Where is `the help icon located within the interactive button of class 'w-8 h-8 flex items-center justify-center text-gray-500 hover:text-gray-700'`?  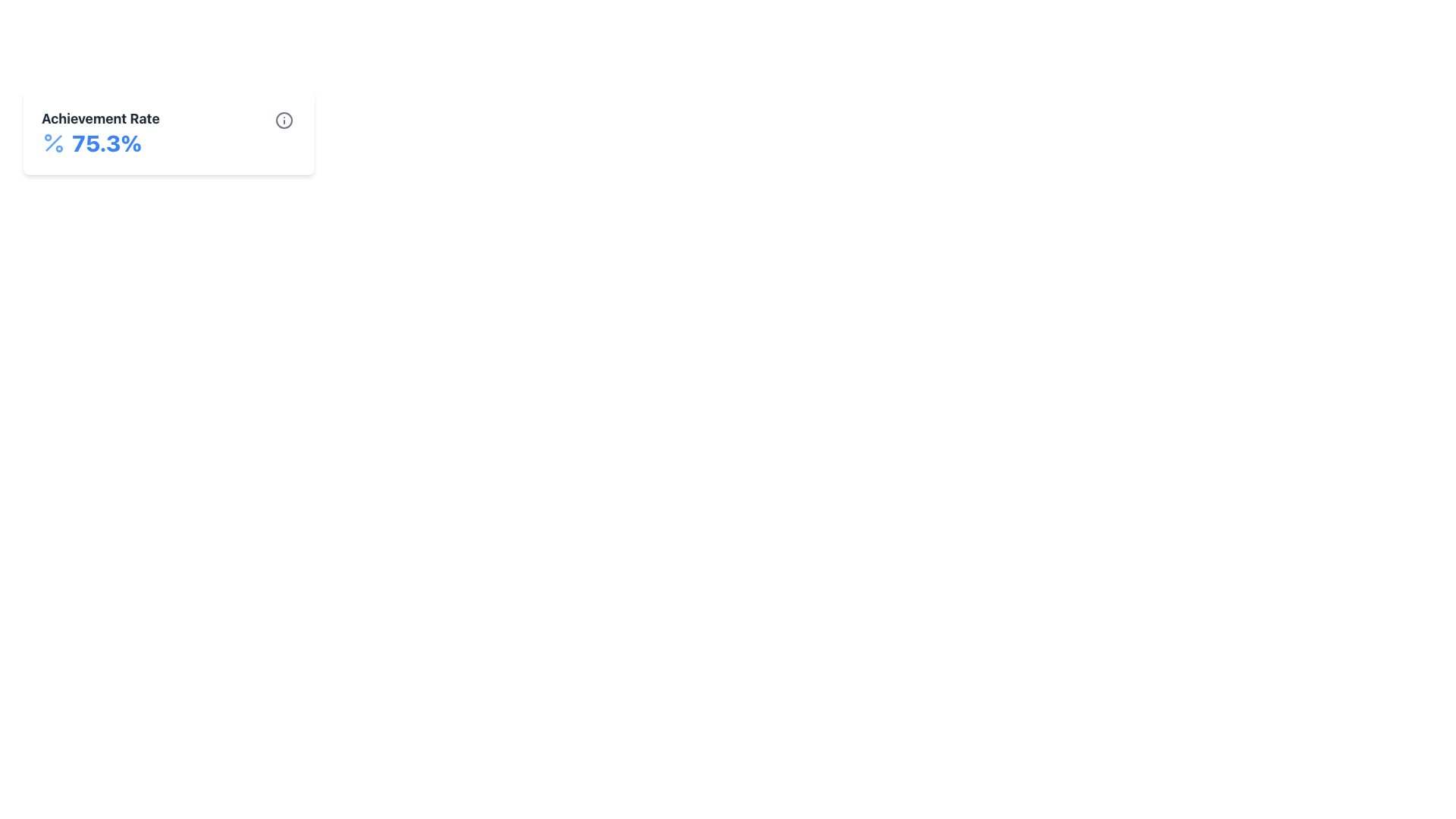
the help icon located within the interactive button of class 'w-8 h-8 flex items-center justify-center text-gray-500 hover:text-gray-700' is located at coordinates (284, 119).